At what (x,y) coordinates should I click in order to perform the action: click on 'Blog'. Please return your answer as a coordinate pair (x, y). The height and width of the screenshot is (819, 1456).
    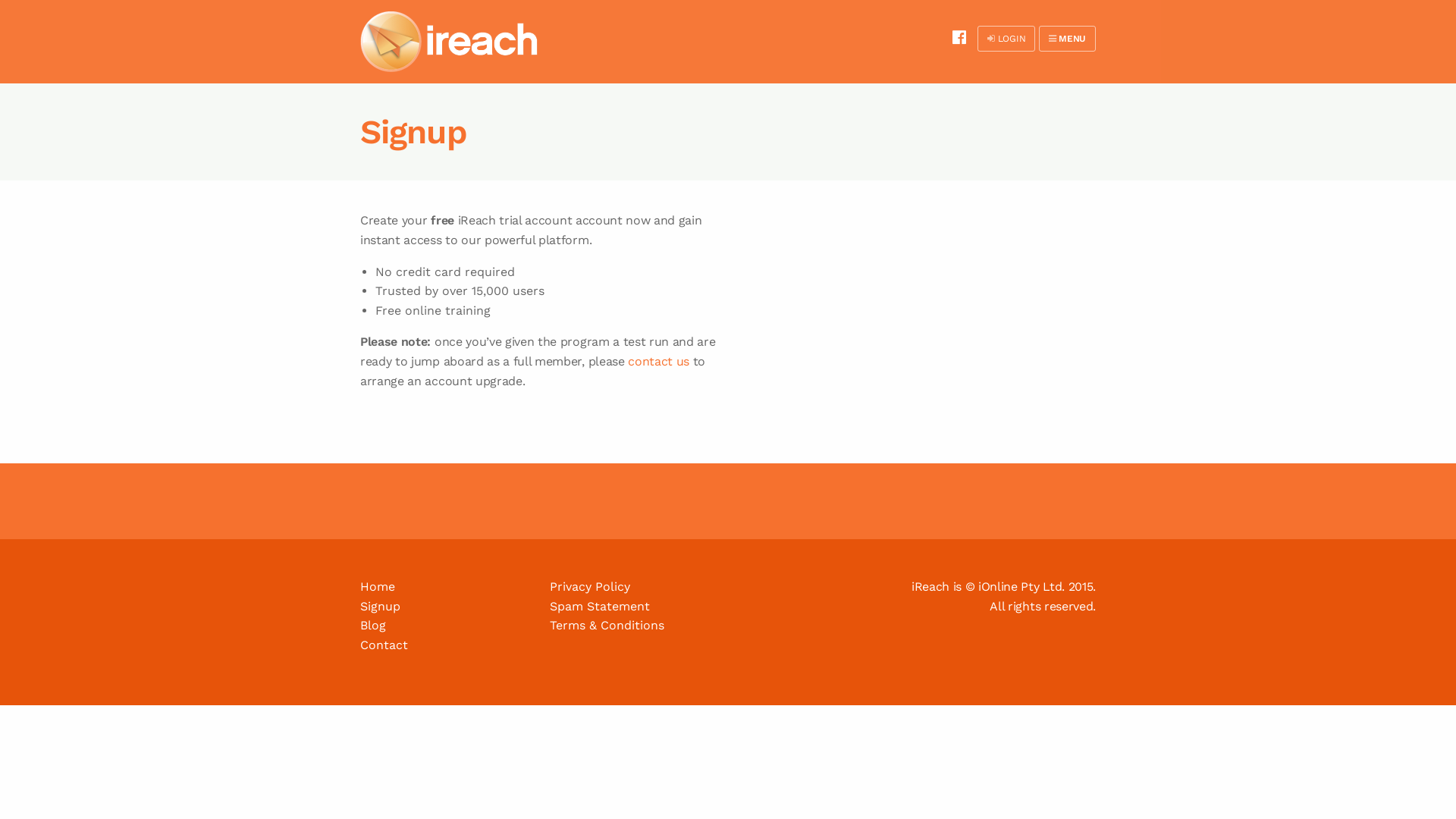
    Looking at the image, I should click on (372, 625).